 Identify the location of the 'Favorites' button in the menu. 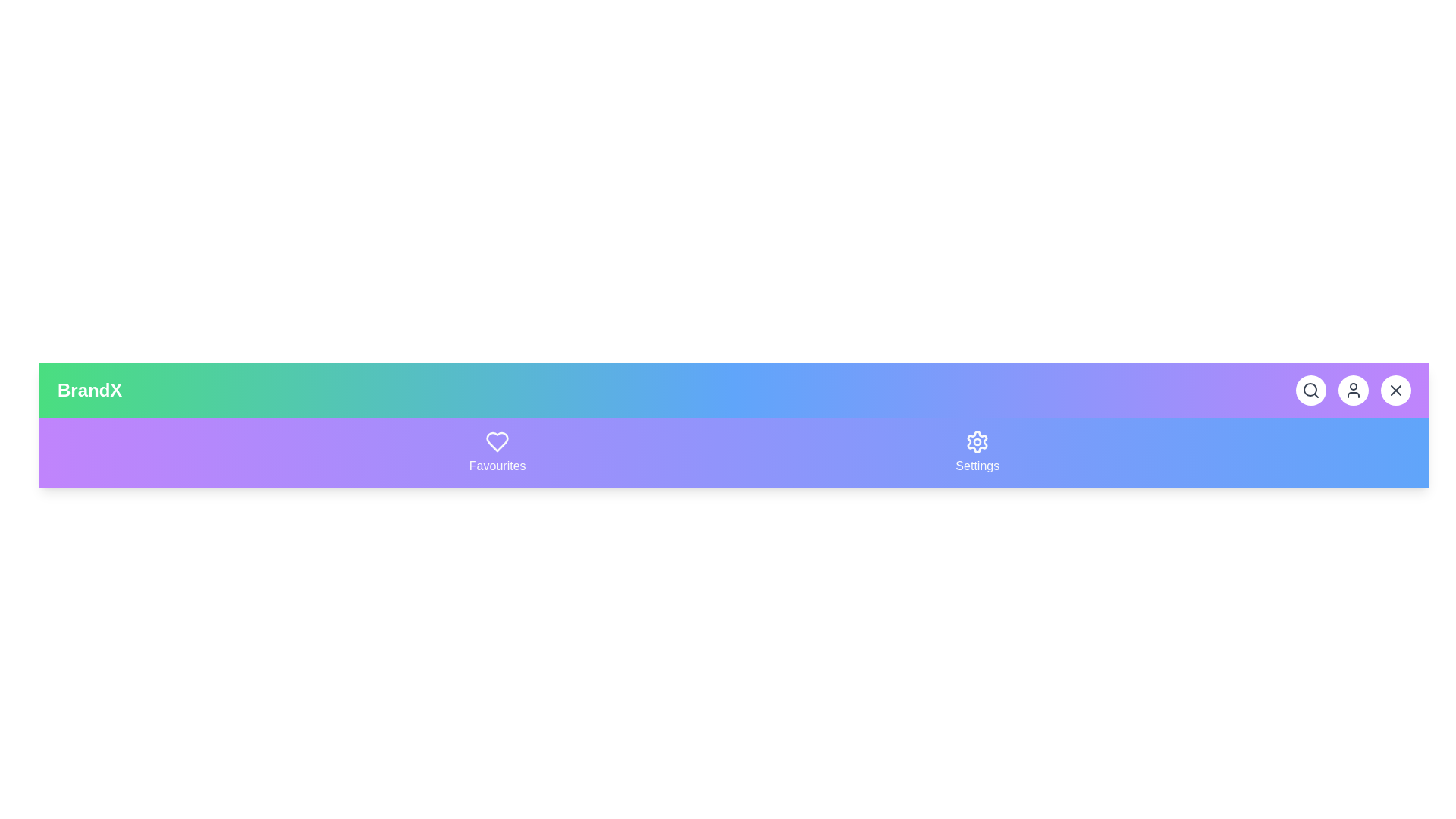
(497, 452).